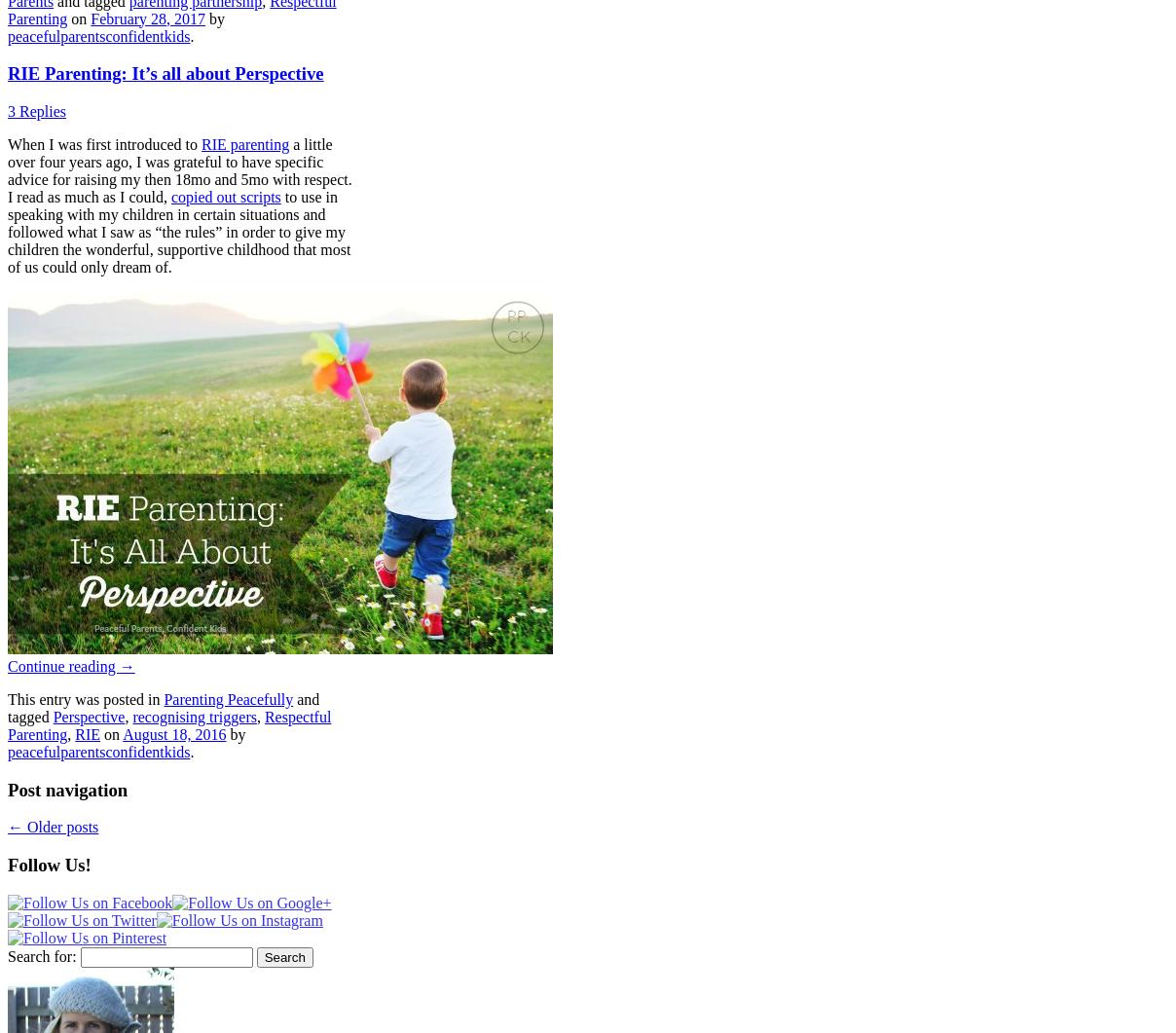 The width and height of the screenshot is (1176, 1033). I want to click on 'RIE Parenting: It’s all about Perspective', so click(165, 73).